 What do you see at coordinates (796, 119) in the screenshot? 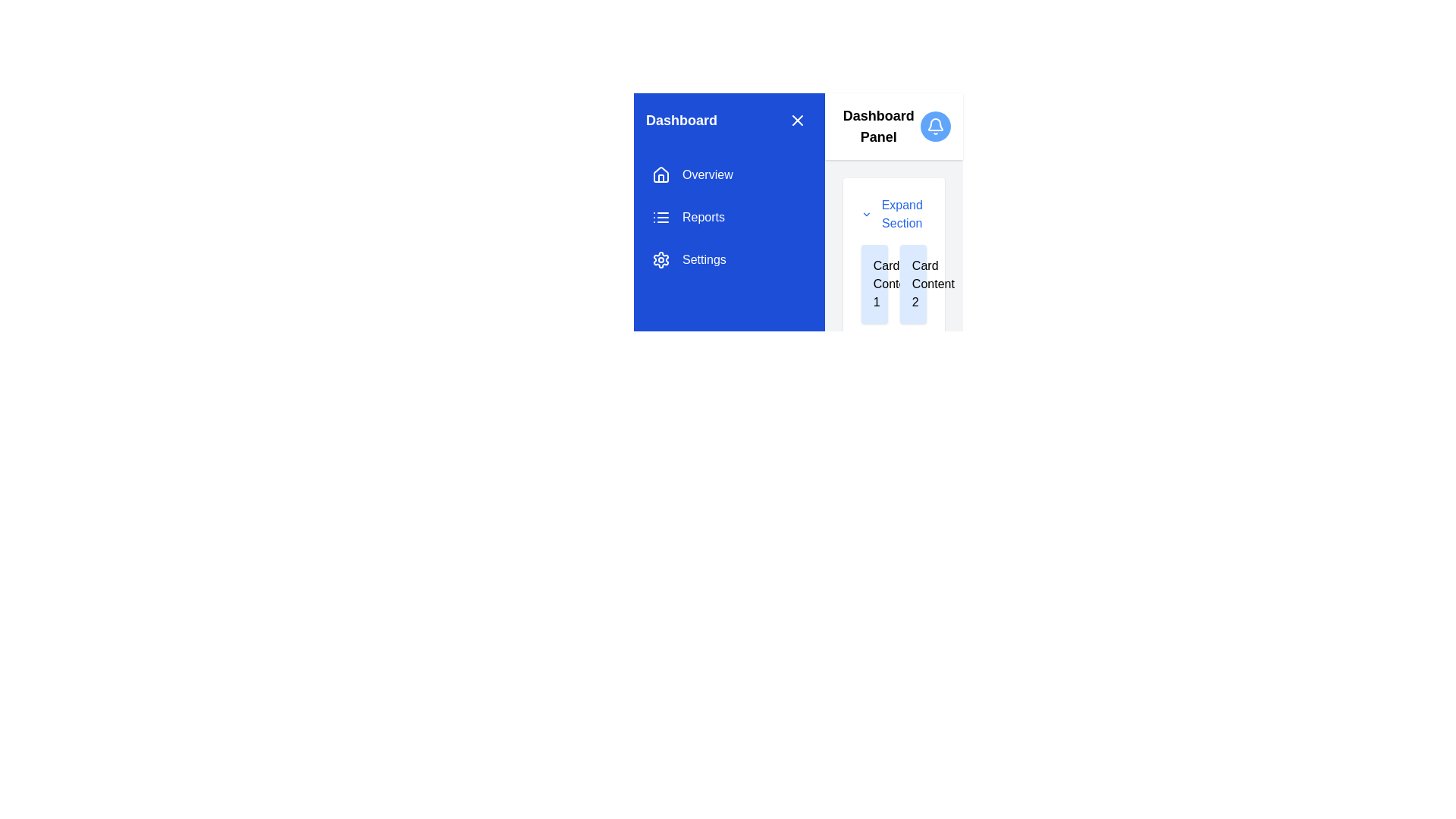
I see `the close action icon located at the top-right corner of the blue sidebar` at bounding box center [796, 119].